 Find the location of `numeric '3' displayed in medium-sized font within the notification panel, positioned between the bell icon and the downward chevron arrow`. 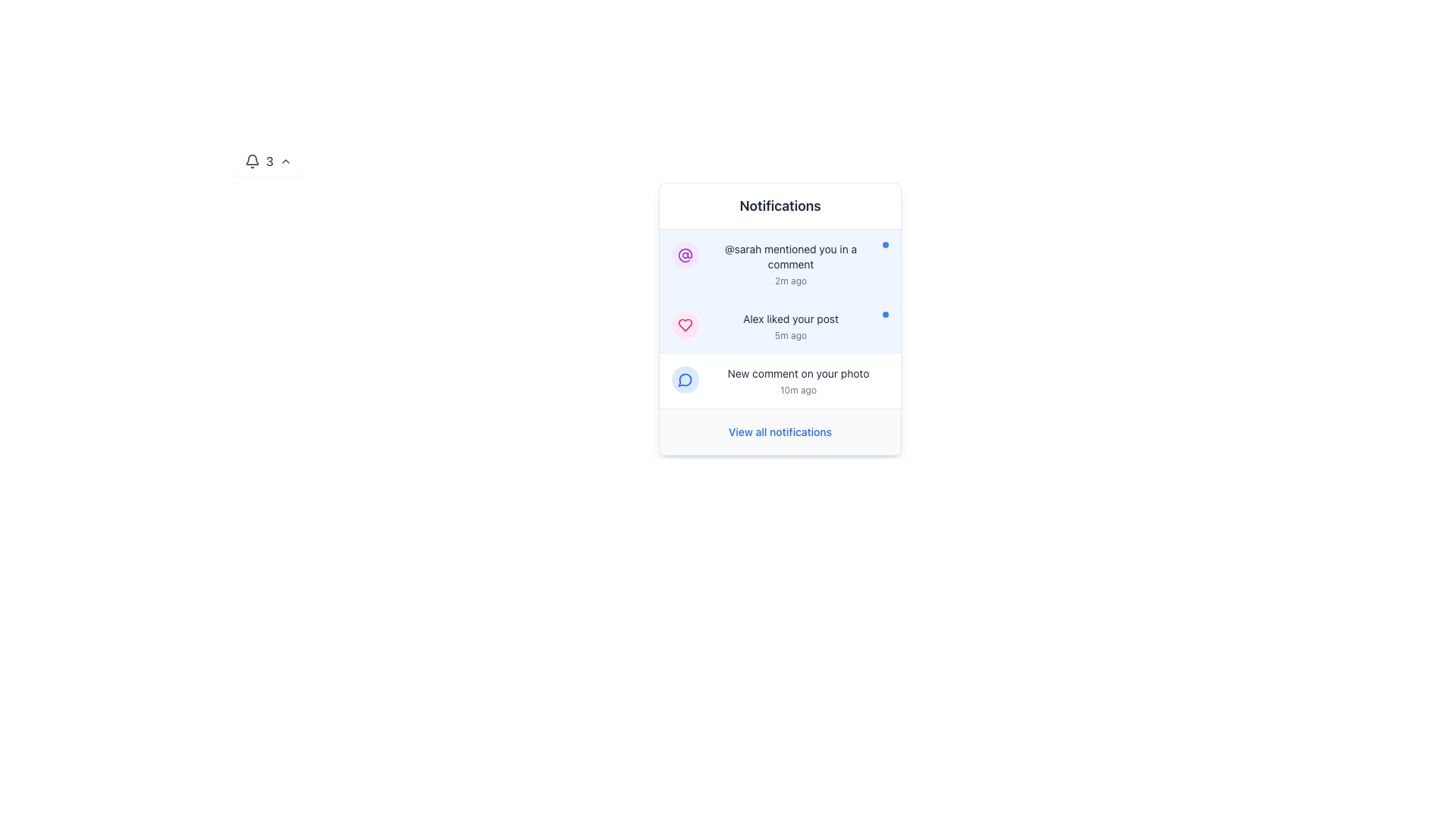

numeric '3' displayed in medium-sized font within the notification panel, positioned between the bell icon and the downward chevron arrow is located at coordinates (269, 161).